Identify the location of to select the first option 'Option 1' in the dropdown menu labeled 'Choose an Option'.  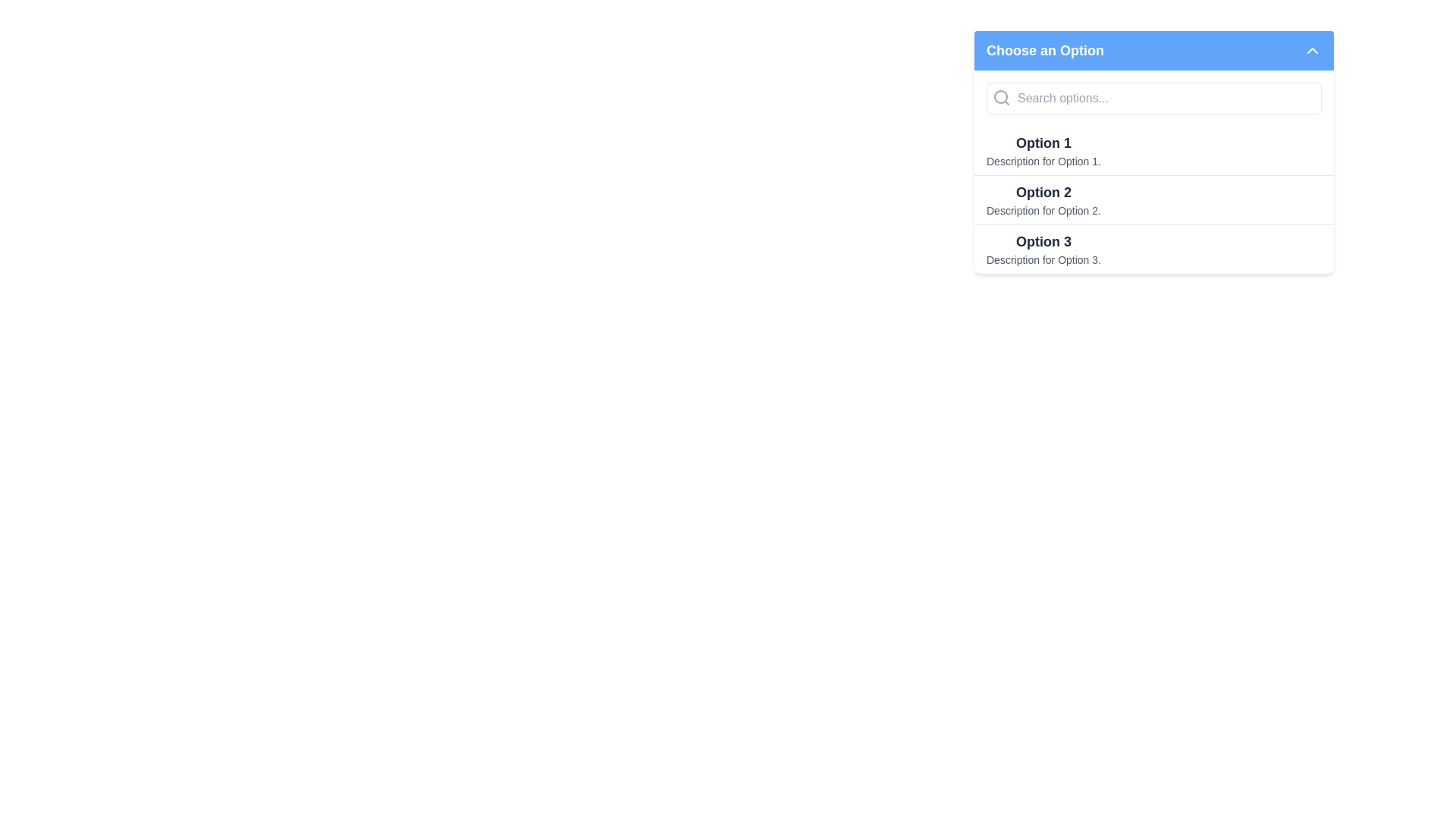
(1153, 151).